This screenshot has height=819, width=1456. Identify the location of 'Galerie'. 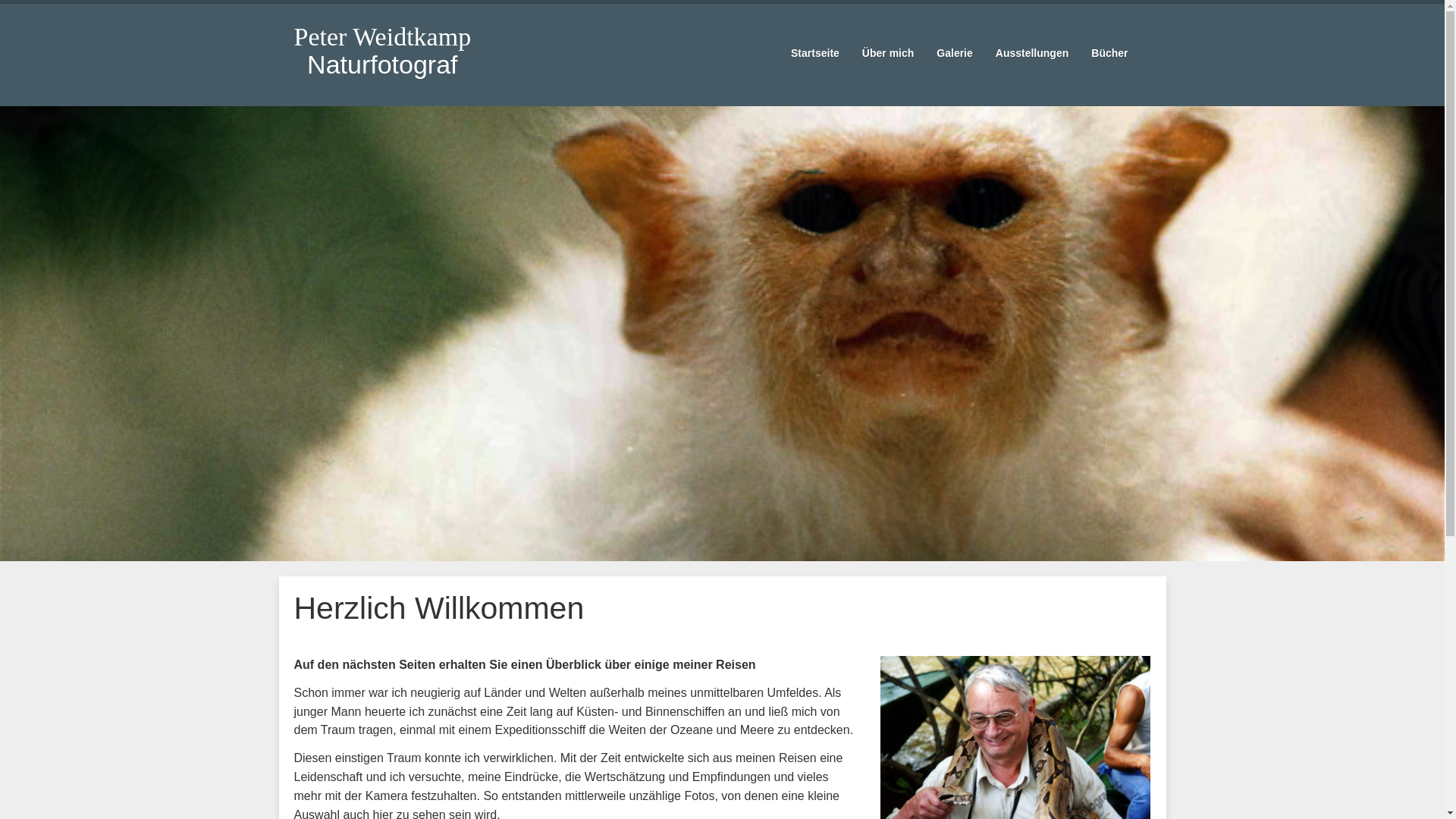
(953, 52).